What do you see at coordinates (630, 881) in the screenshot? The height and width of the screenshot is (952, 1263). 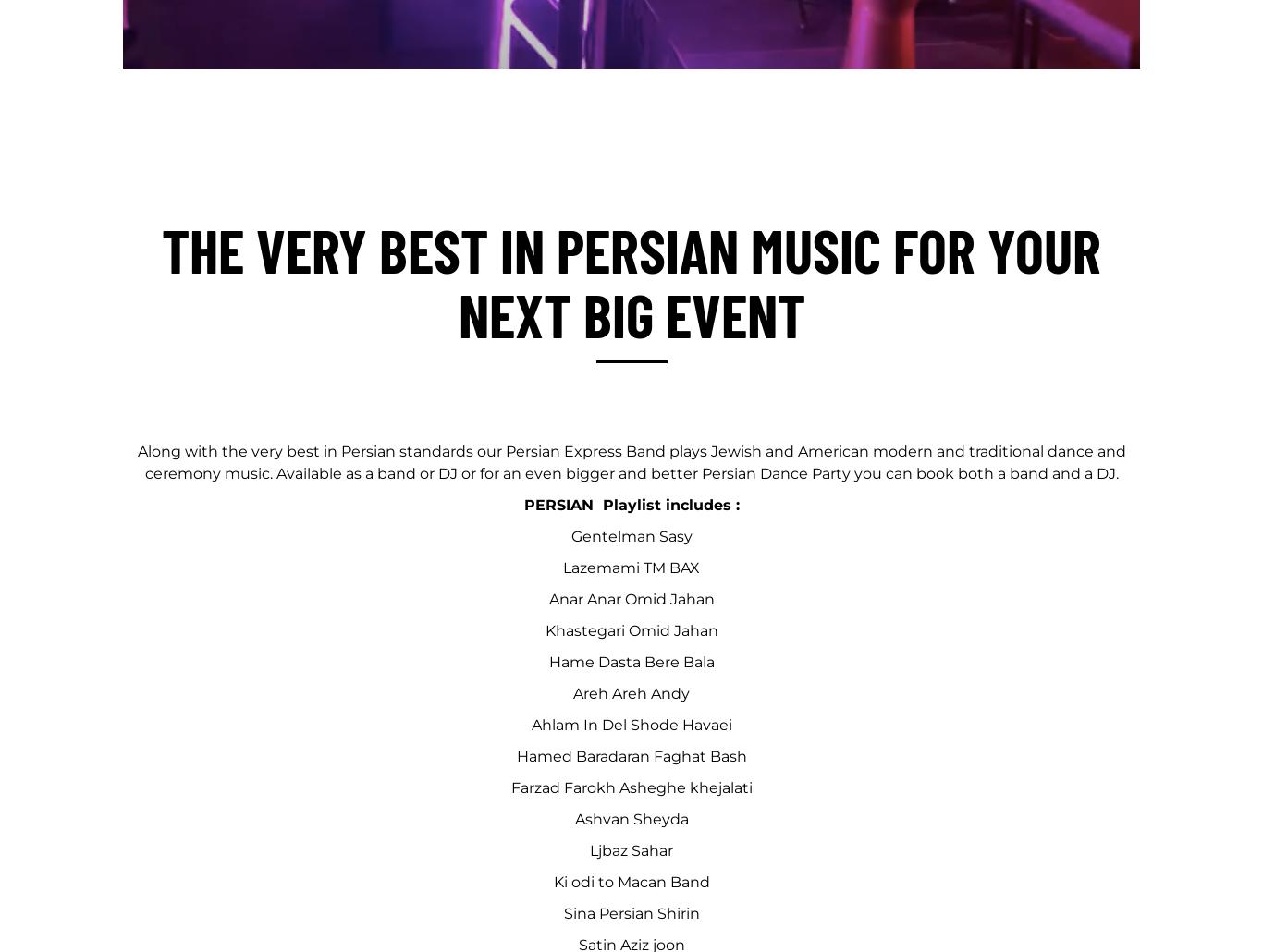 I see `'Ki odi to Macan Band'` at bounding box center [630, 881].